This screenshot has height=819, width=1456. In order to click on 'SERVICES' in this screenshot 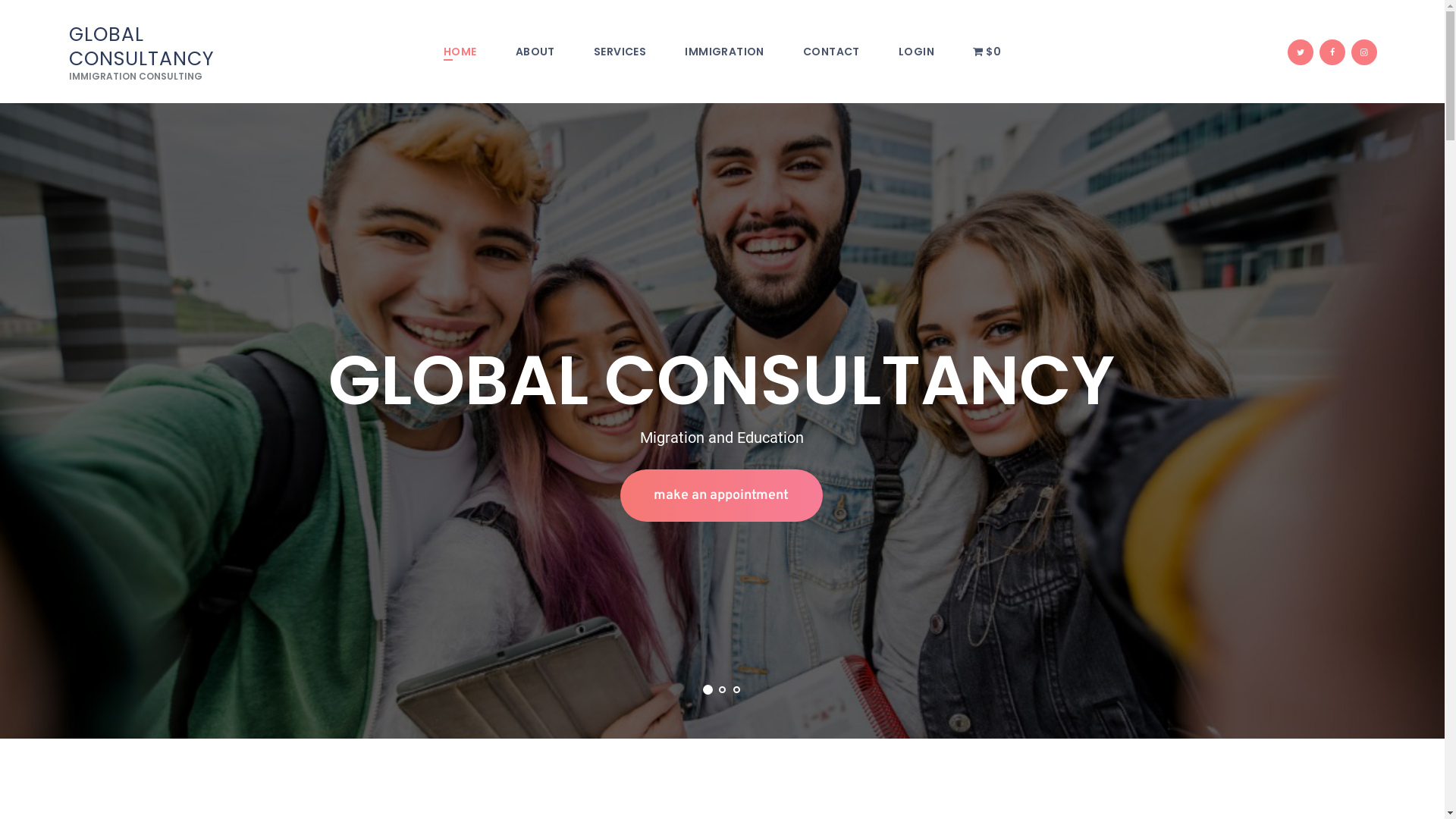, I will do `click(619, 52)`.